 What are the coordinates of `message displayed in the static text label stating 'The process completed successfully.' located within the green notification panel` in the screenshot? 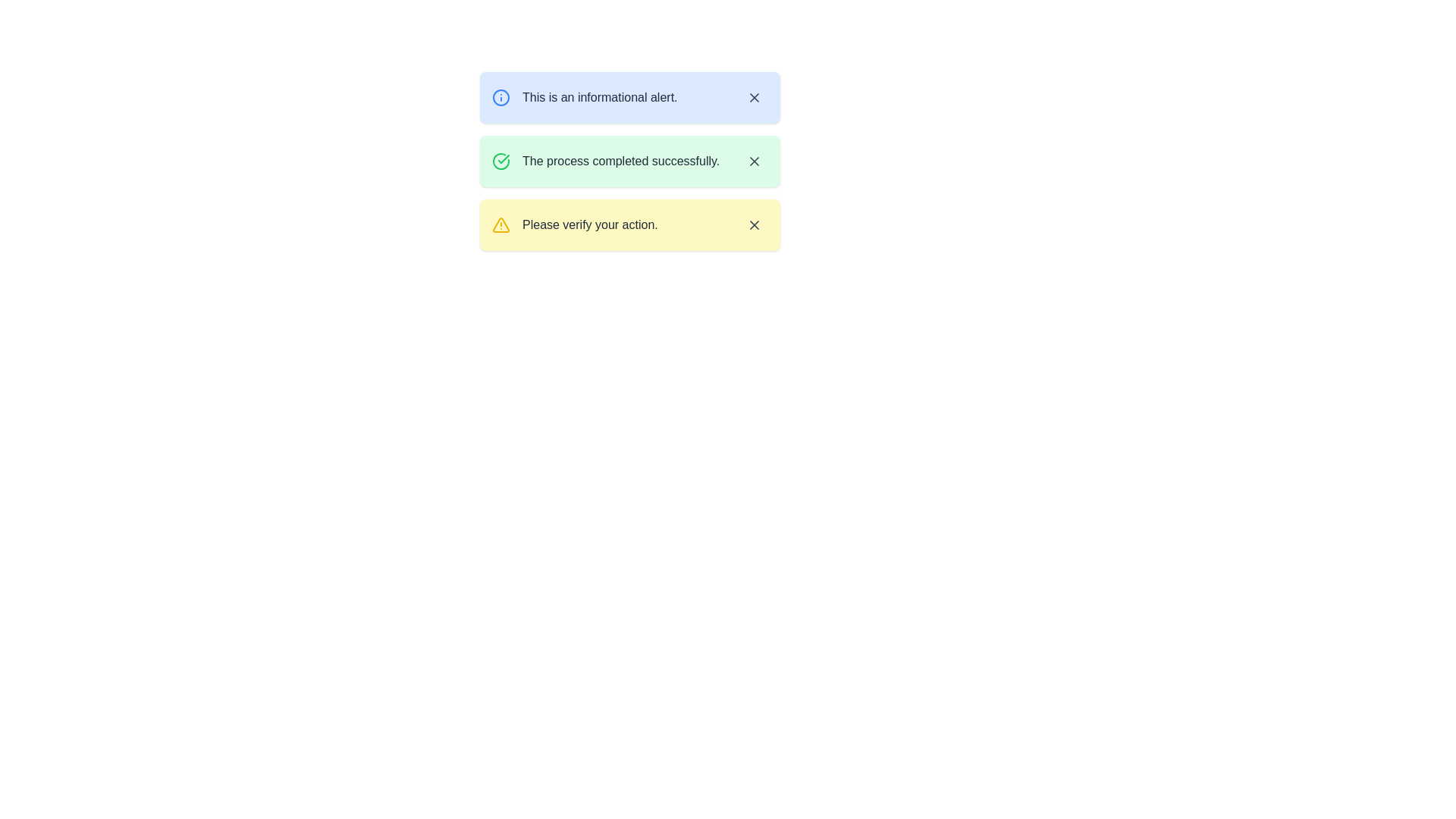 It's located at (621, 161).